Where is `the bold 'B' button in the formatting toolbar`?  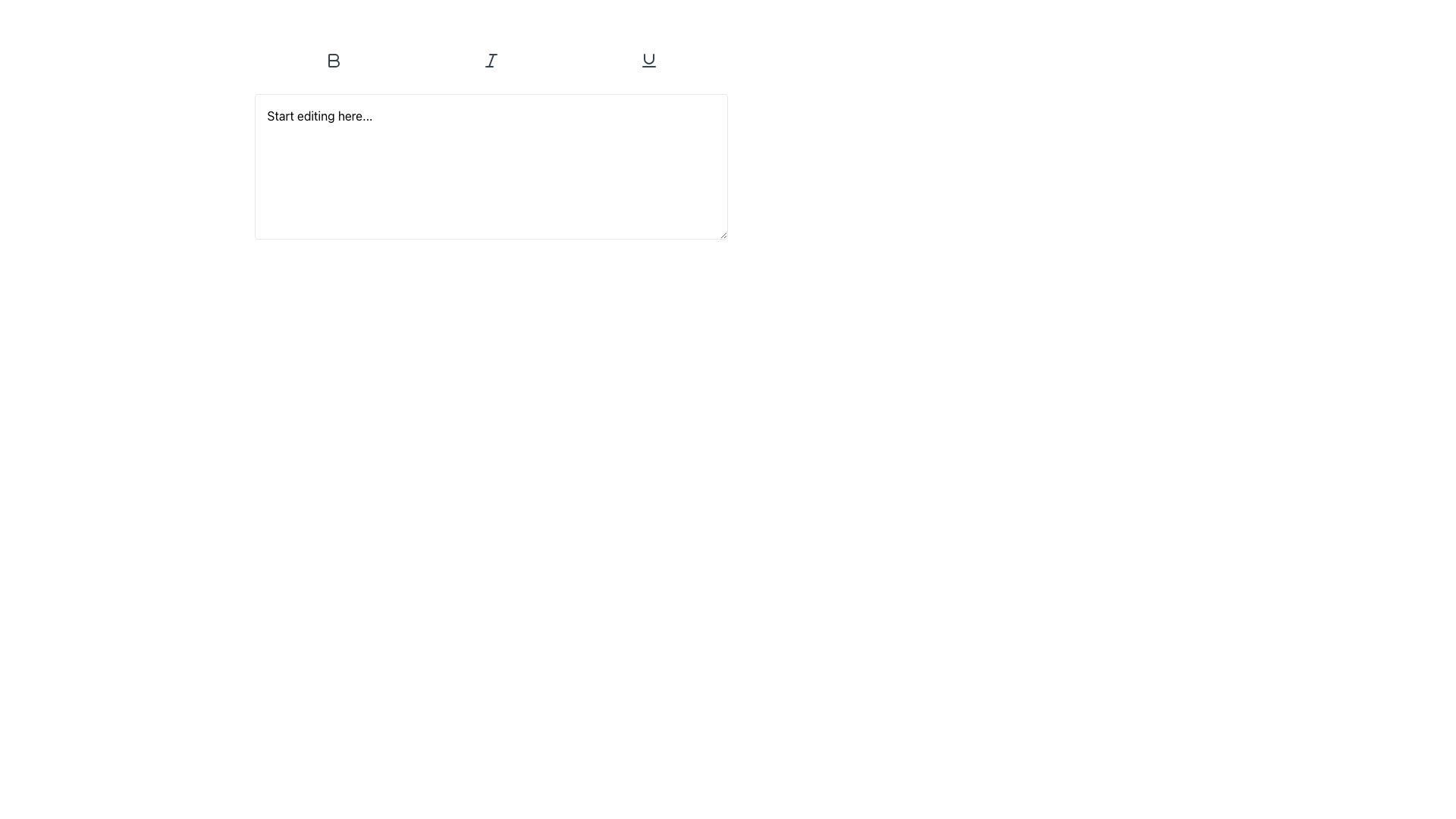
the bold 'B' button in the formatting toolbar is located at coordinates (332, 60).